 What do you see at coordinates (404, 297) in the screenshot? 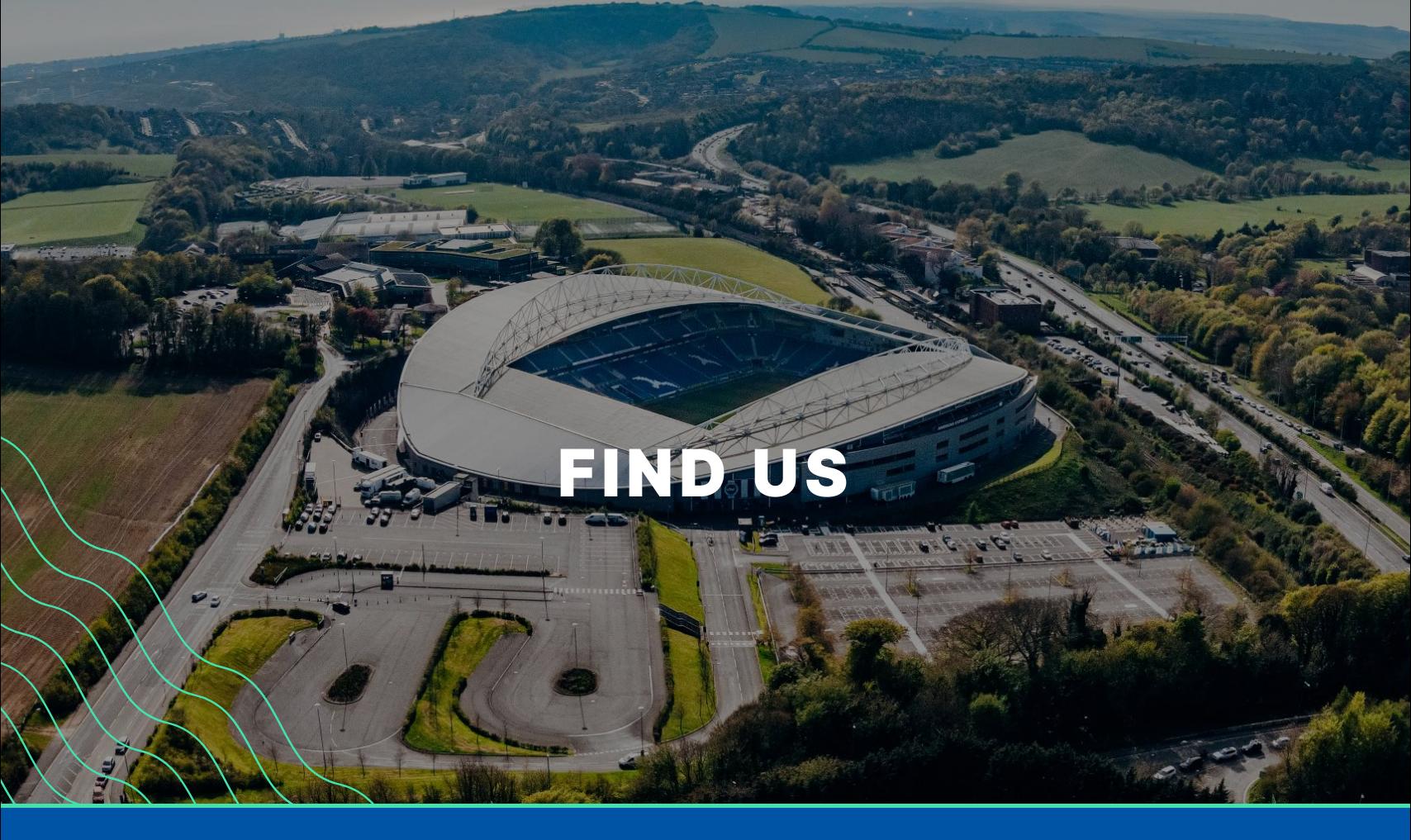
I see `'Christmas Parties'` at bounding box center [404, 297].